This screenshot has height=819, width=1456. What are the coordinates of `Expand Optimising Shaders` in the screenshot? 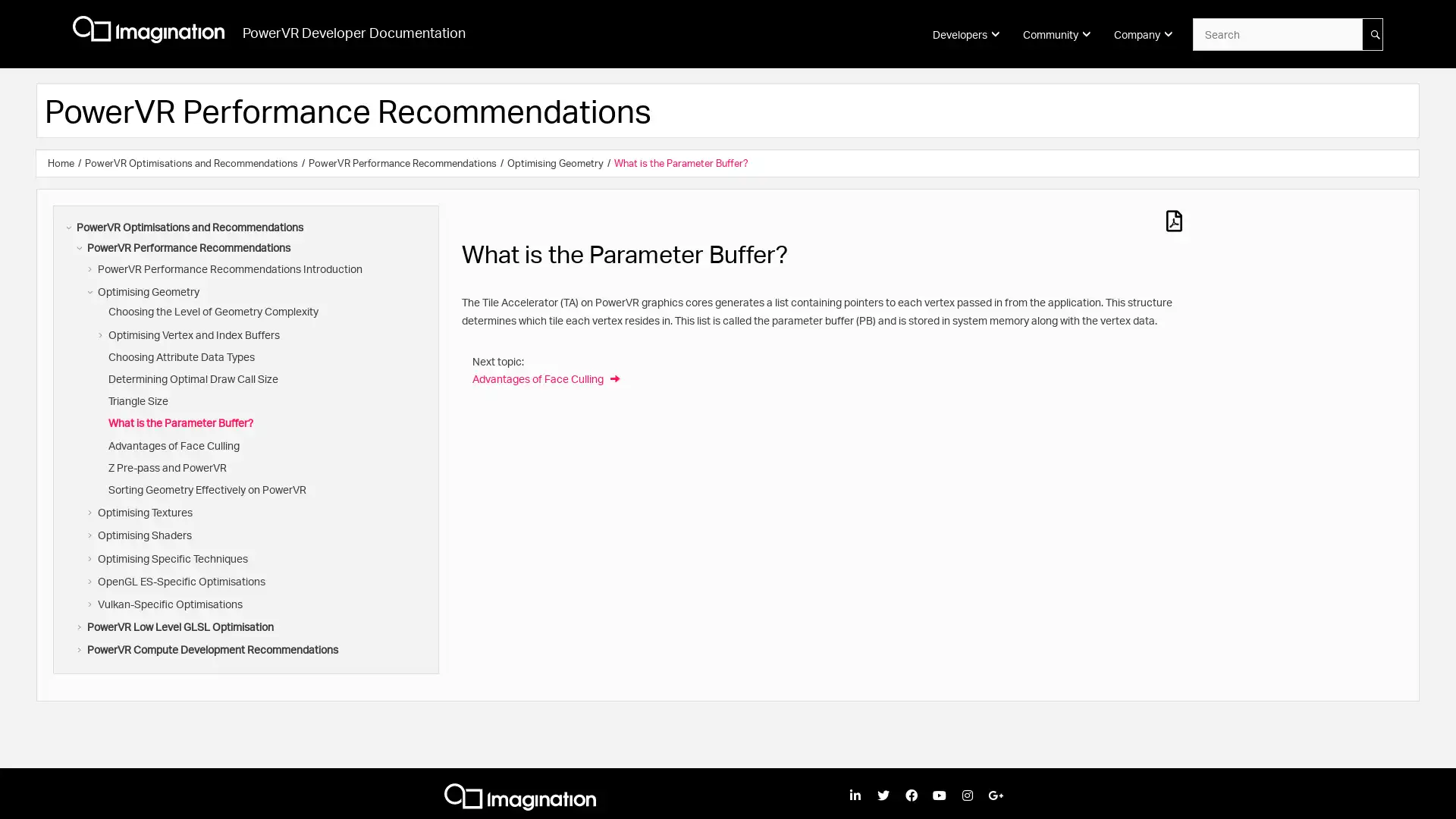 It's located at (90, 534).